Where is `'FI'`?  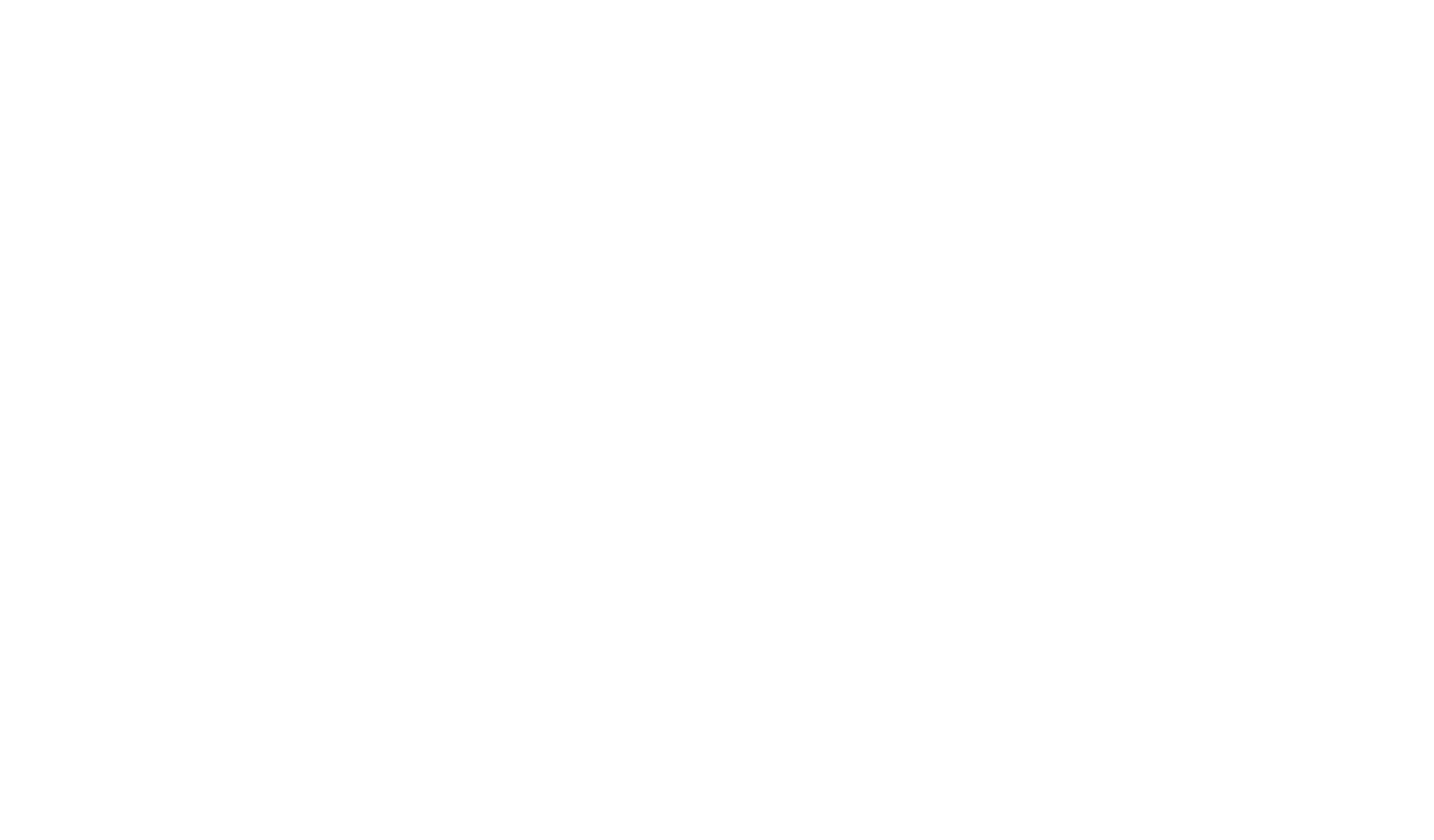
'FI' is located at coordinates (343, 31).